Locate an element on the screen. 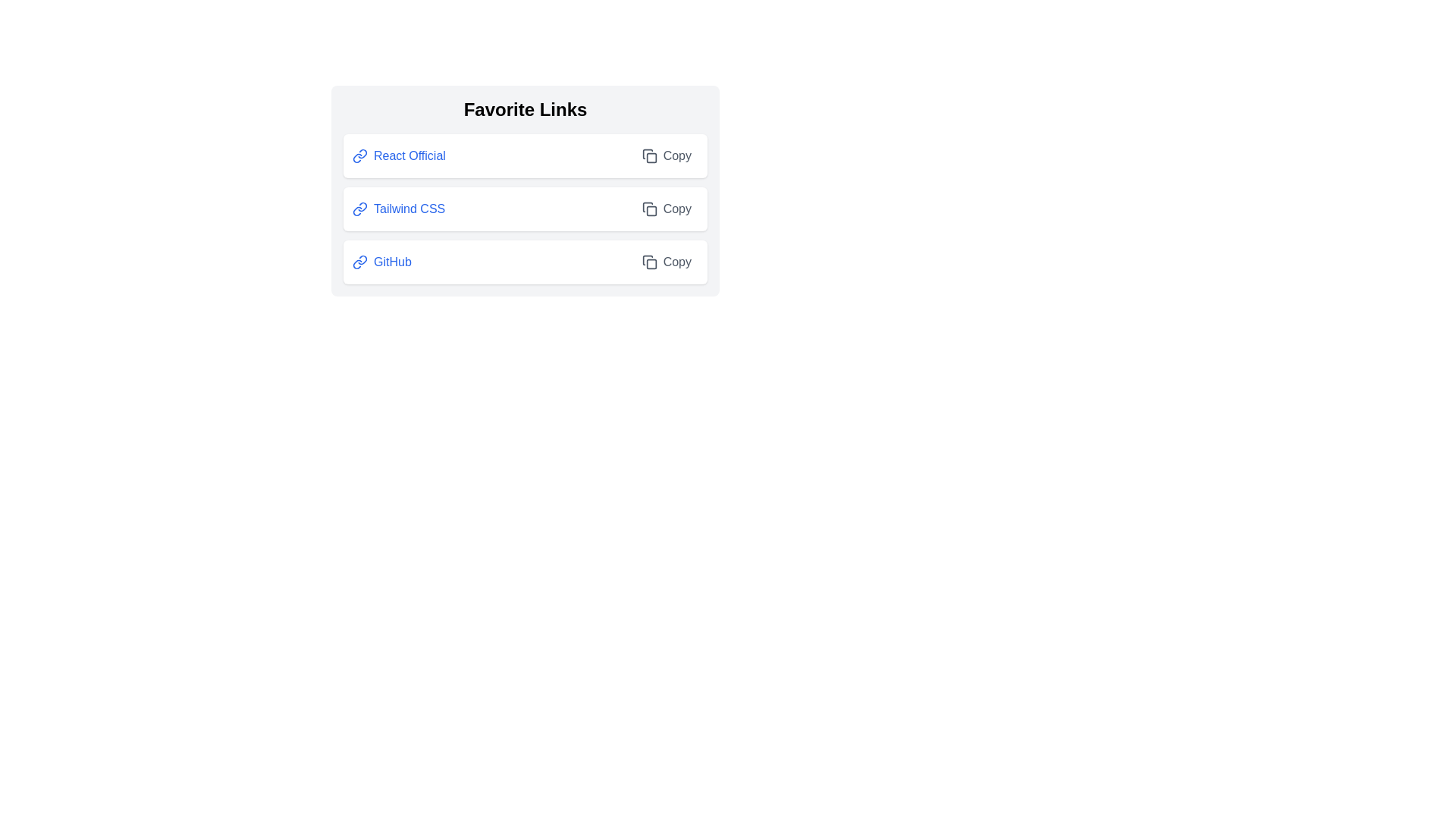 Image resolution: width=1456 pixels, height=819 pixels. the first icon in the right-hand column adjacent to the 'React Official' text is located at coordinates (649, 155).